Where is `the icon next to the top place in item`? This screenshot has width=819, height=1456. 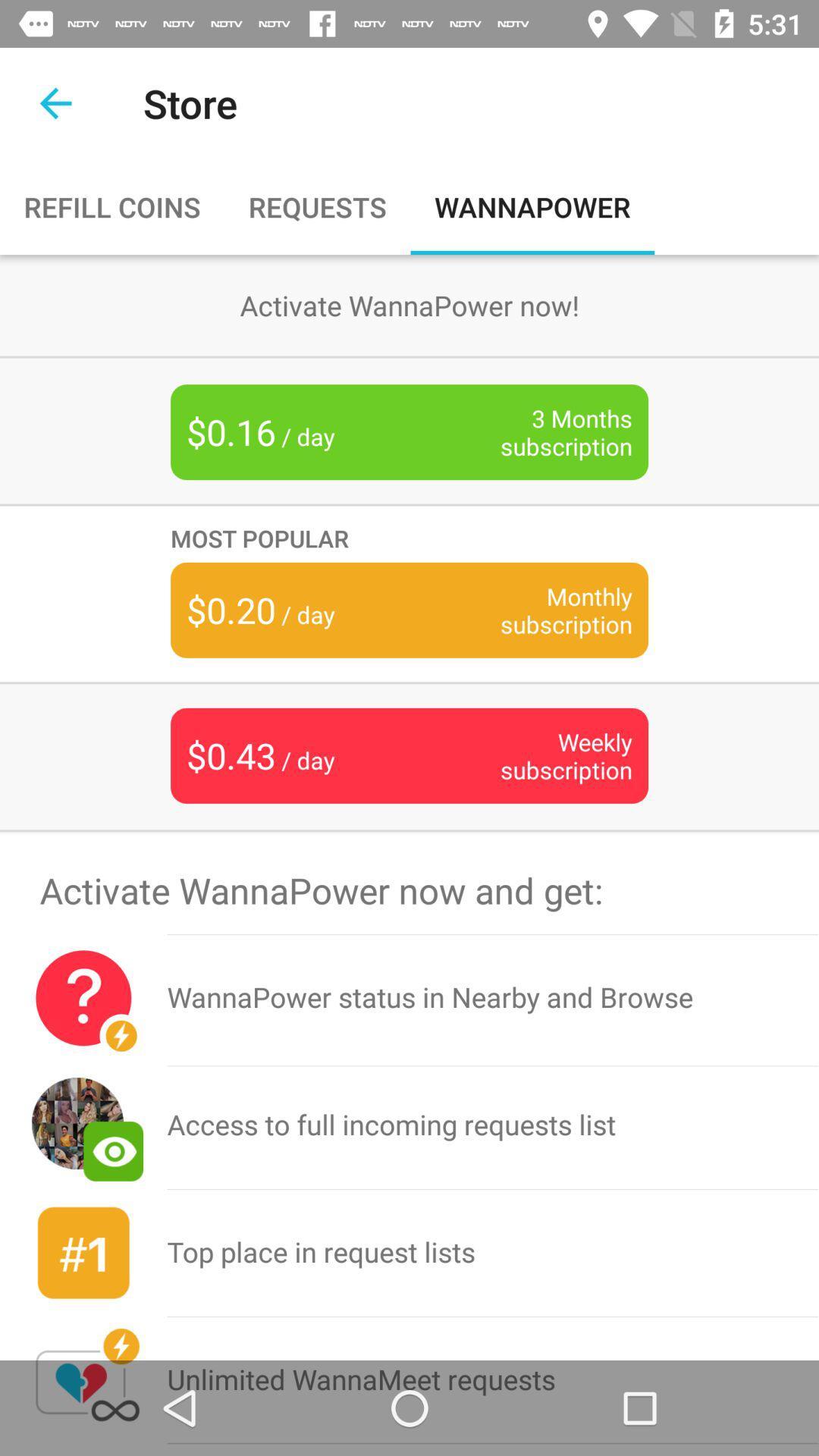
the icon next to the top place in item is located at coordinates (83, 1380).